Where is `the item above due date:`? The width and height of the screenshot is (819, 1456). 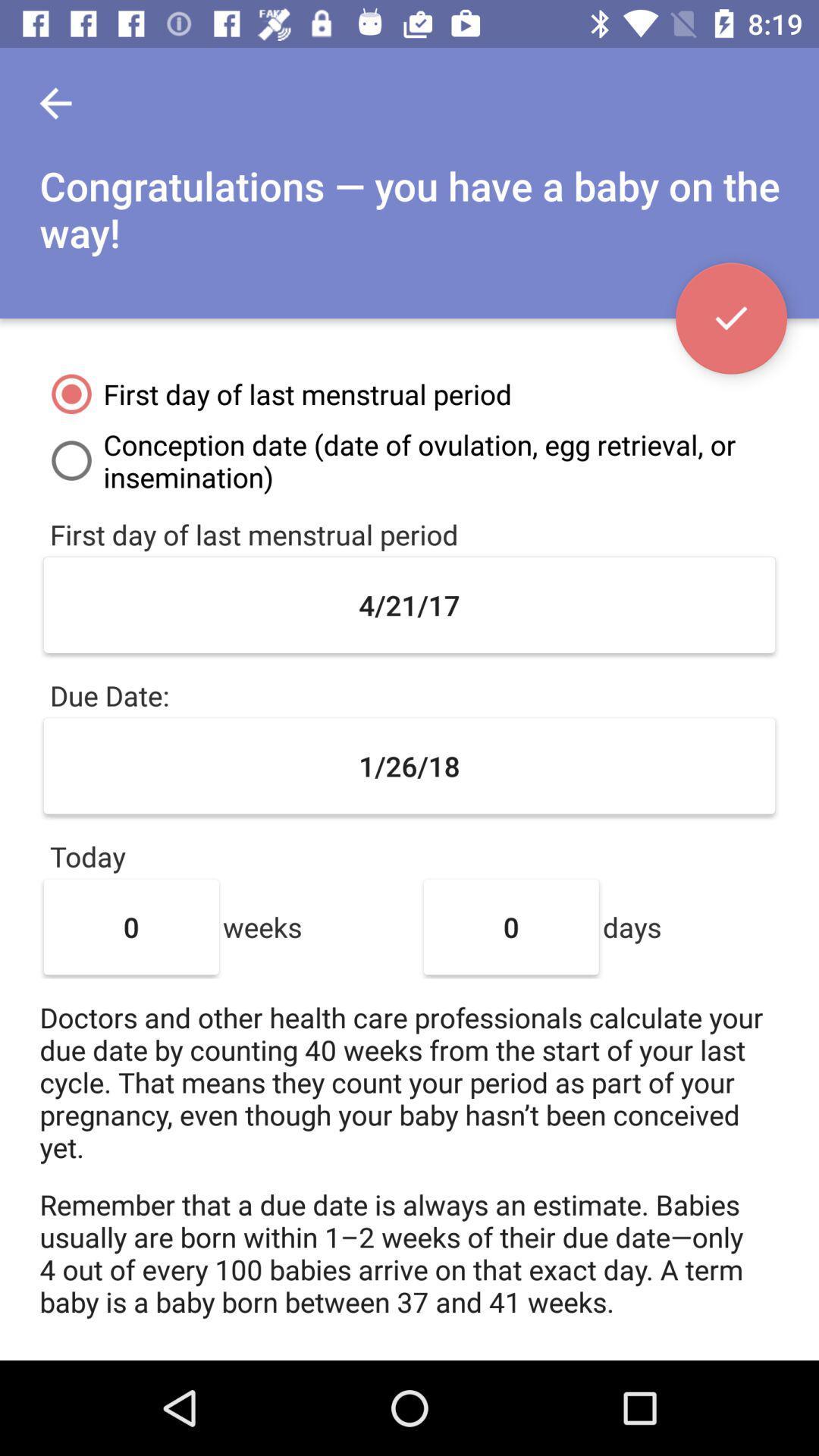
the item above due date: is located at coordinates (409, 604).